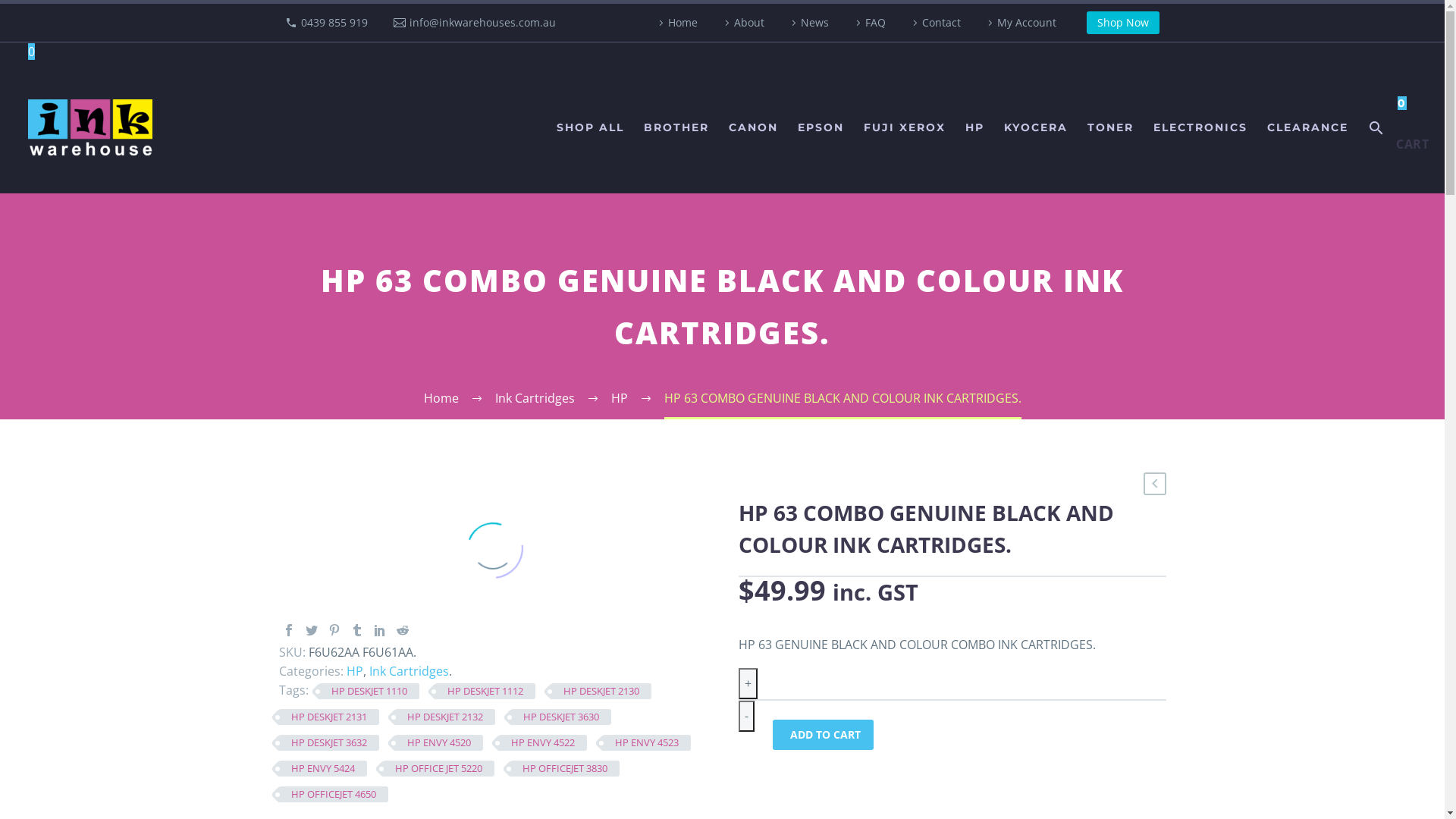 This screenshot has height=819, width=1456. I want to click on 'FAQ', so click(868, 23).